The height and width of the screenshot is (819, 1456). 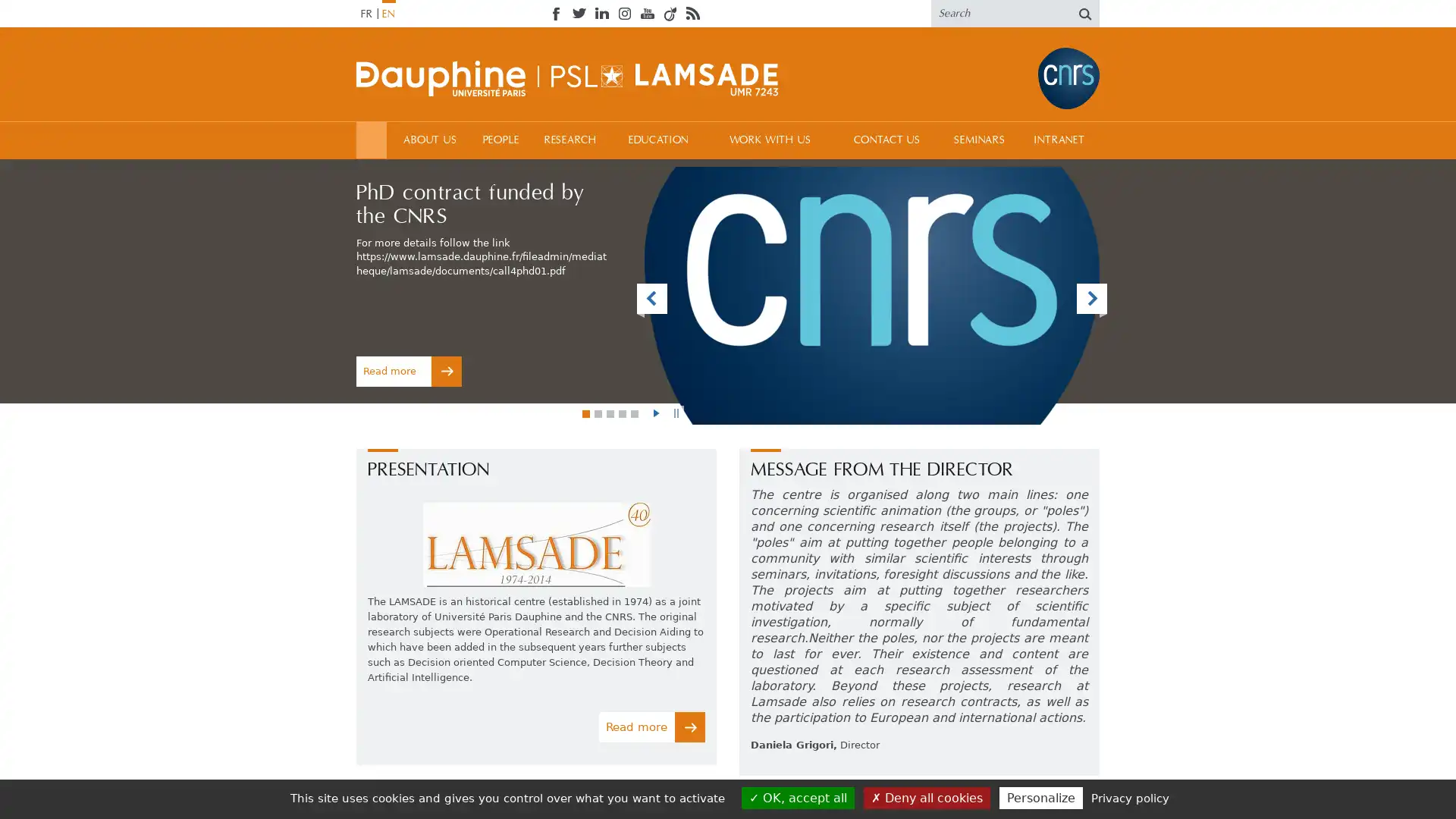 What do you see at coordinates (925, 797) in the screenshot?
I see `Deny all cookies` at bounding box center [925, 797].